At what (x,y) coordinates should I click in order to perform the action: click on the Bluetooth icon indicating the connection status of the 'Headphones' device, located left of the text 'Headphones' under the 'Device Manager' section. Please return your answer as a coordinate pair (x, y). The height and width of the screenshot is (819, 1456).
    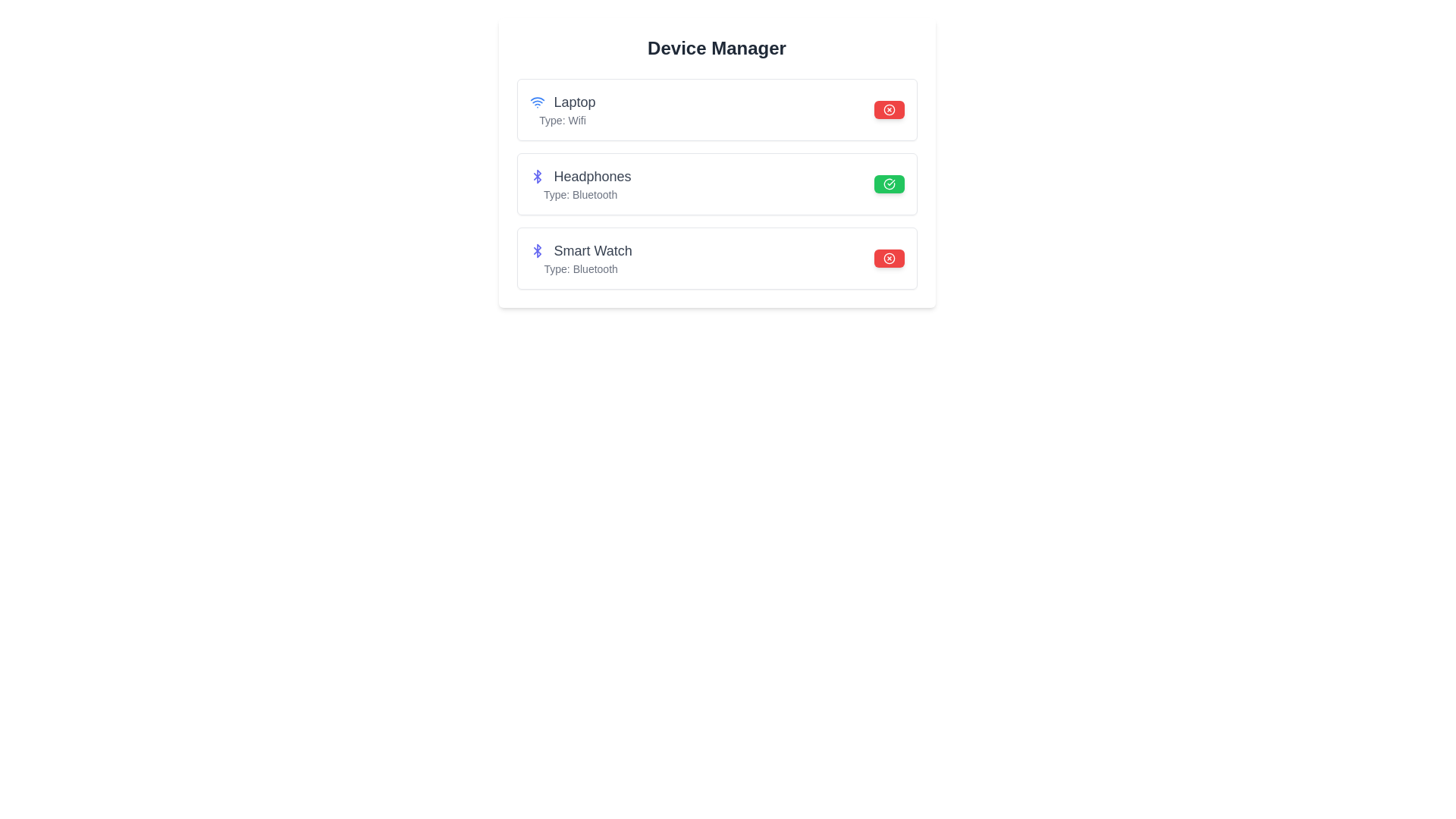
    Looking at the image, I should click on (537, 175).